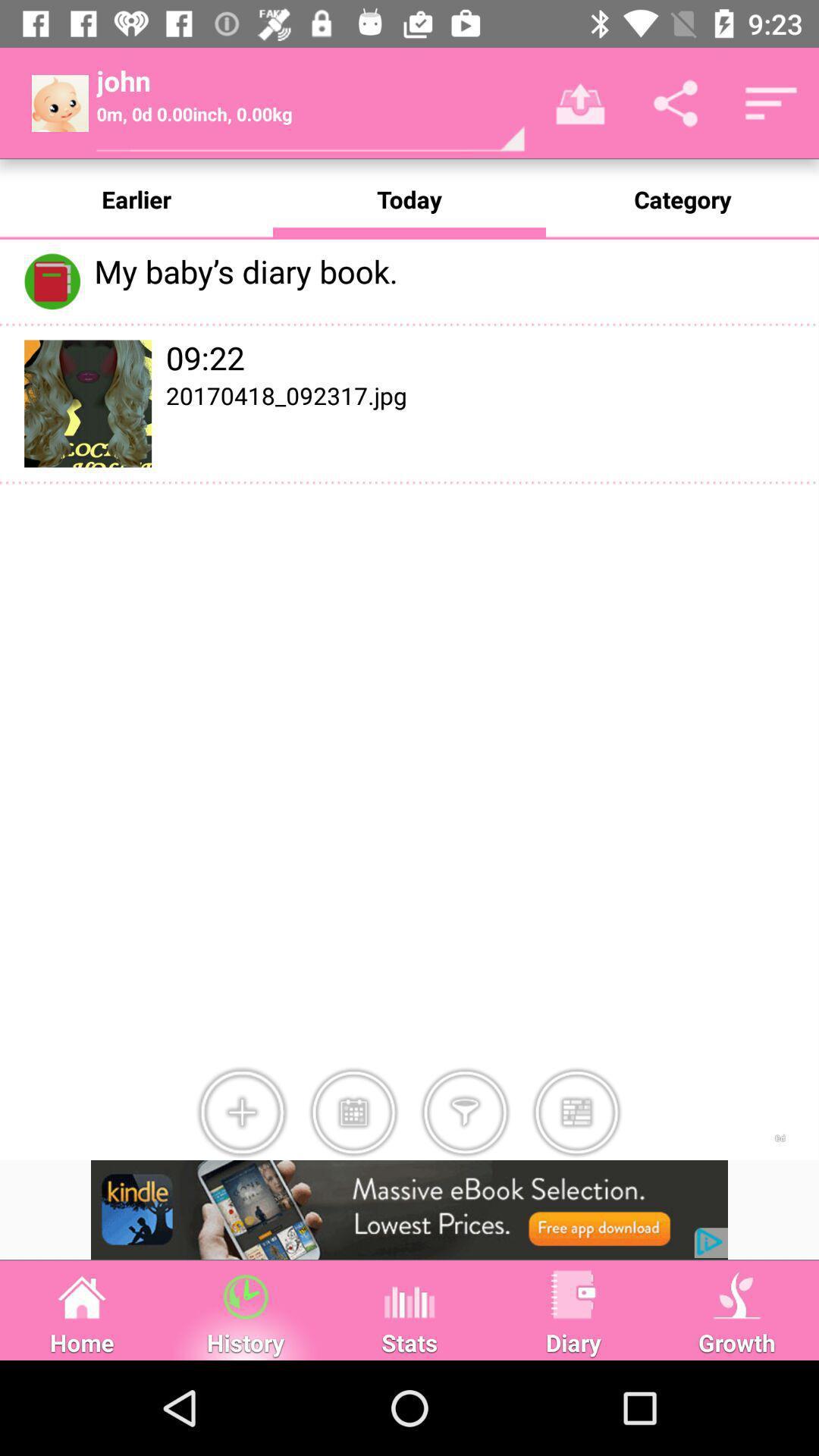 Image resolution: width=819 pixels, height=1456 pixels. I want to click on the text which is right side of the diary book icon, so click(451, 271).